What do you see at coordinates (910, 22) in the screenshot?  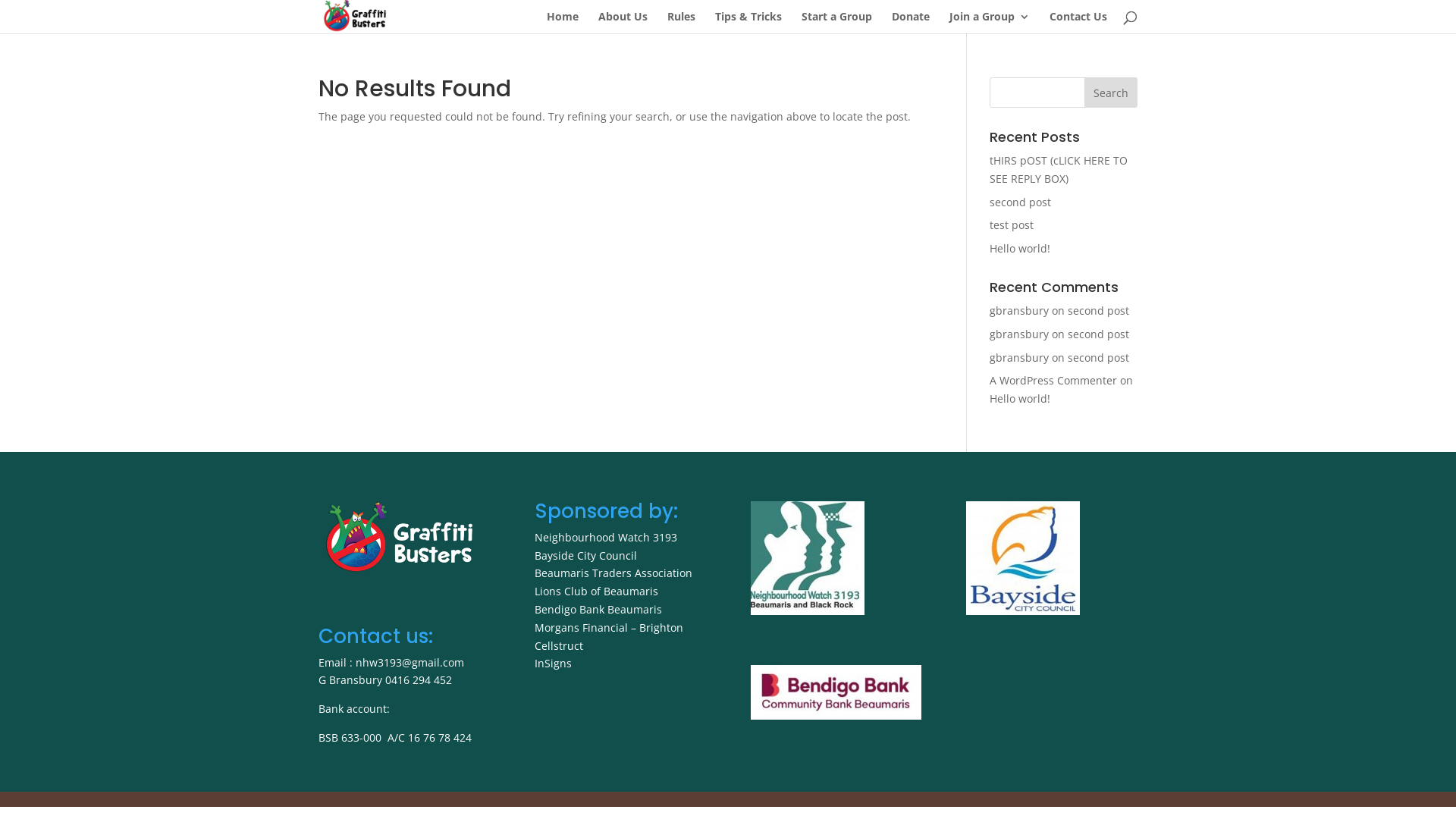 I see `'Donate'` at bounding box center [910, 22].